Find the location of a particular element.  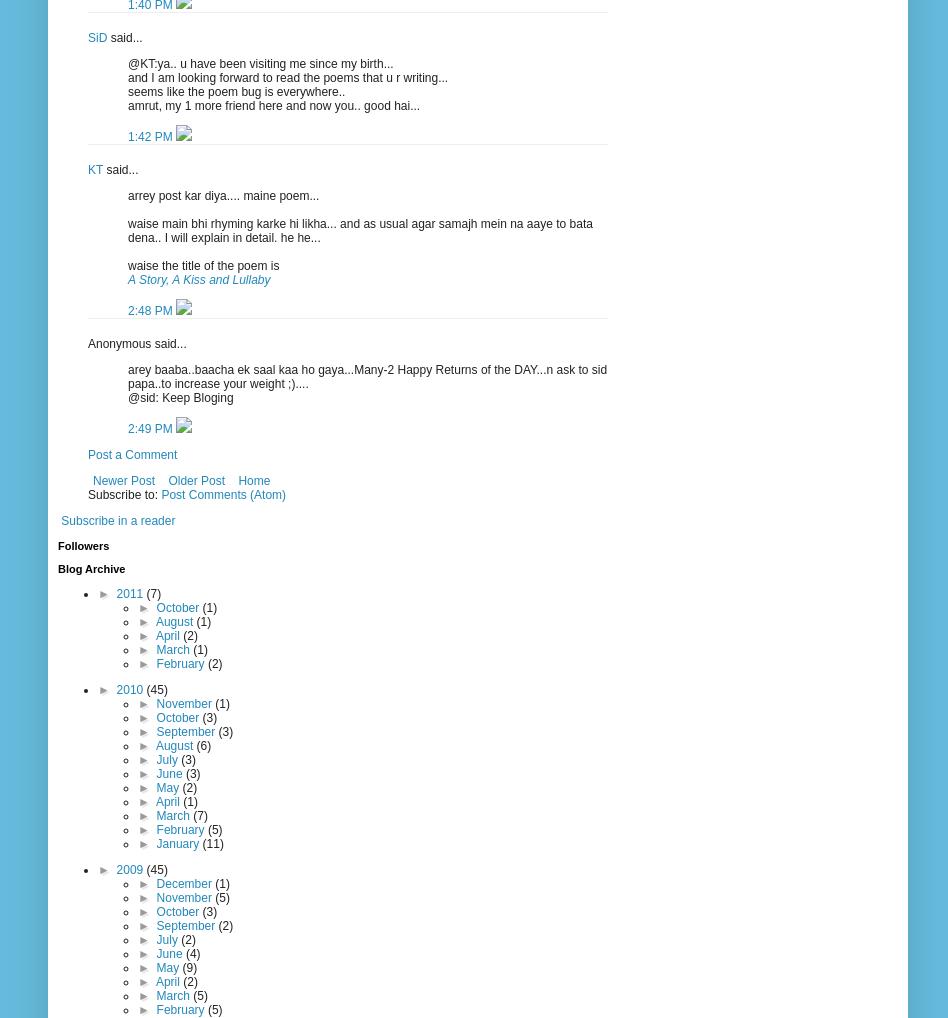

'2011' is located at coordinates (116, 592).